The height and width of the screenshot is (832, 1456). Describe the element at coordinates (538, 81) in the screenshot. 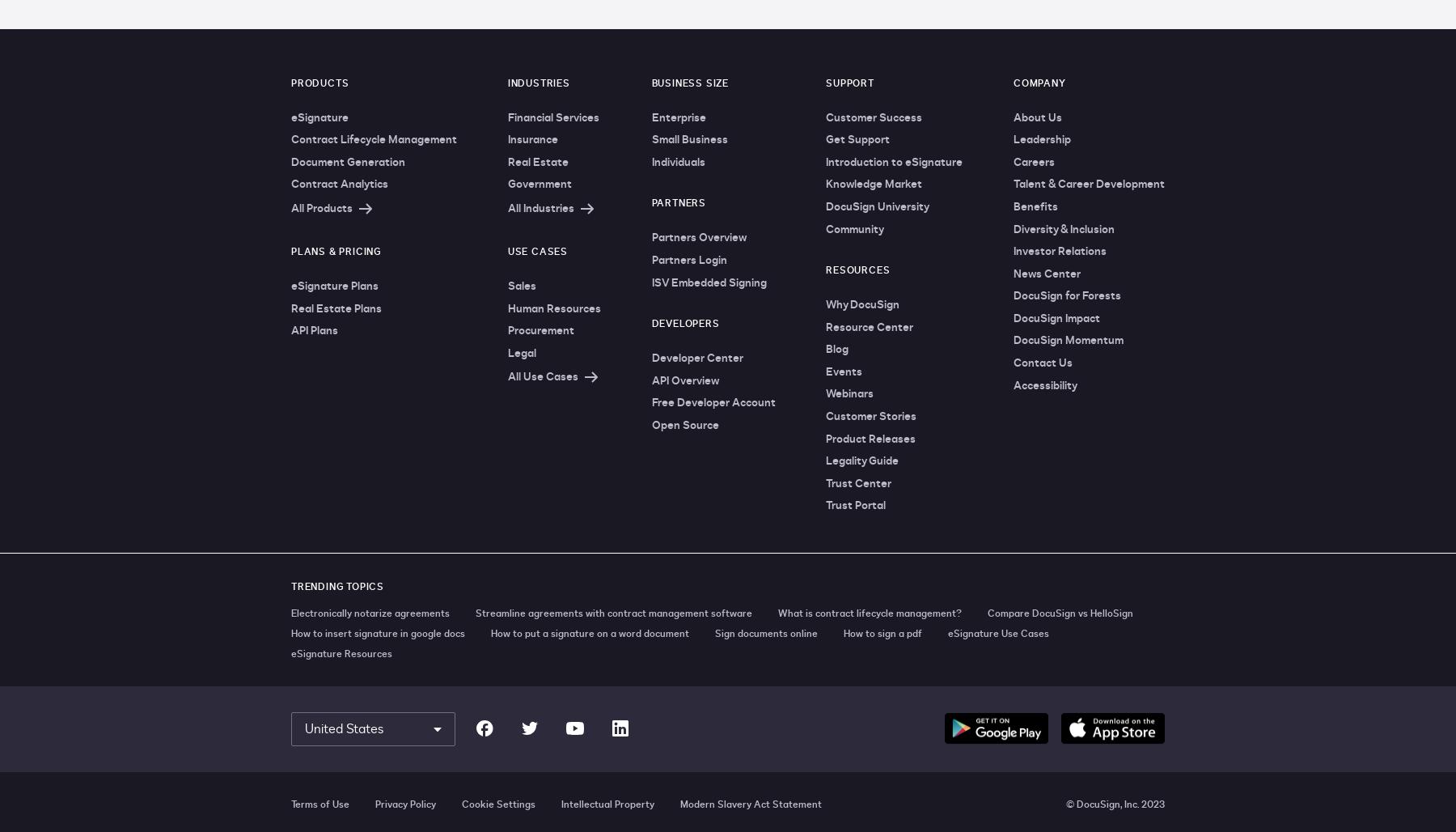

I see `'Industries'` at that location.